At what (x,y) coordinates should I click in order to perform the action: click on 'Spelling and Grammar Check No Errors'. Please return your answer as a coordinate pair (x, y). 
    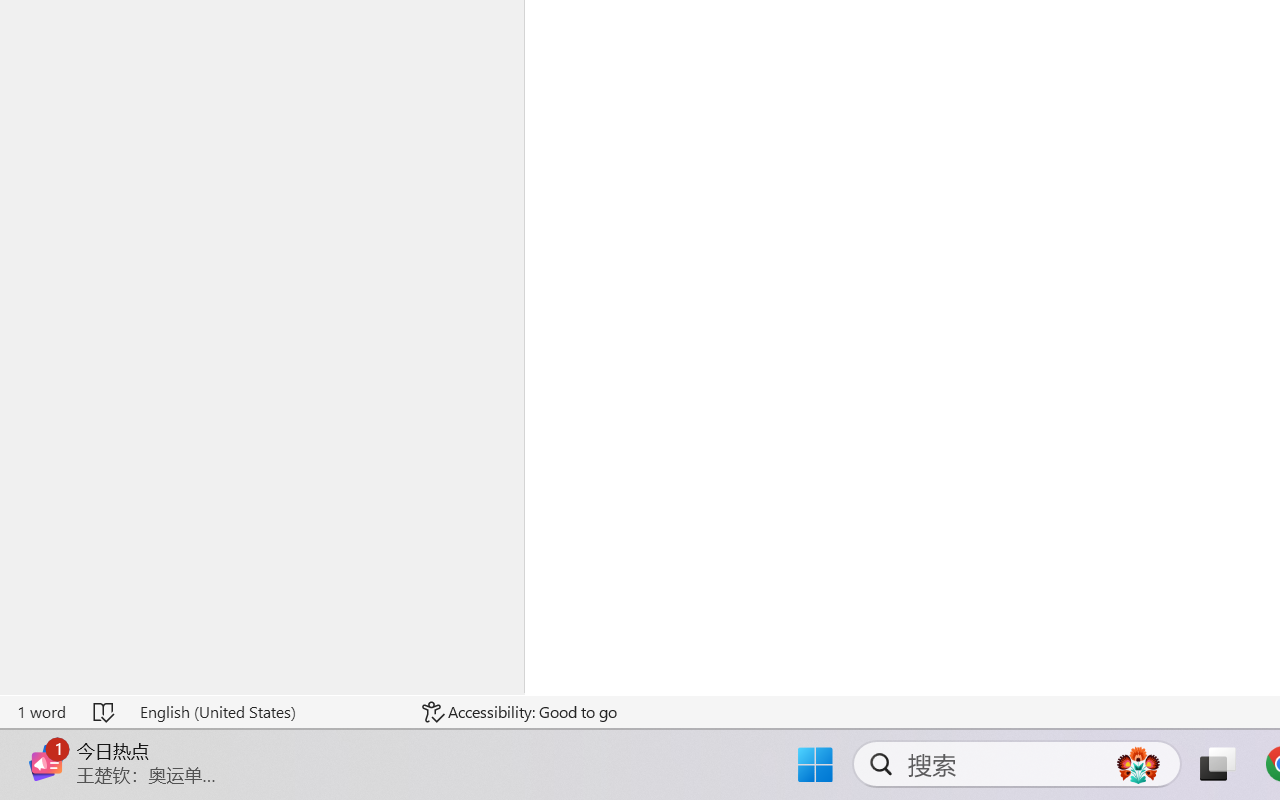
    Looking at the image, I should click on (104, 711).